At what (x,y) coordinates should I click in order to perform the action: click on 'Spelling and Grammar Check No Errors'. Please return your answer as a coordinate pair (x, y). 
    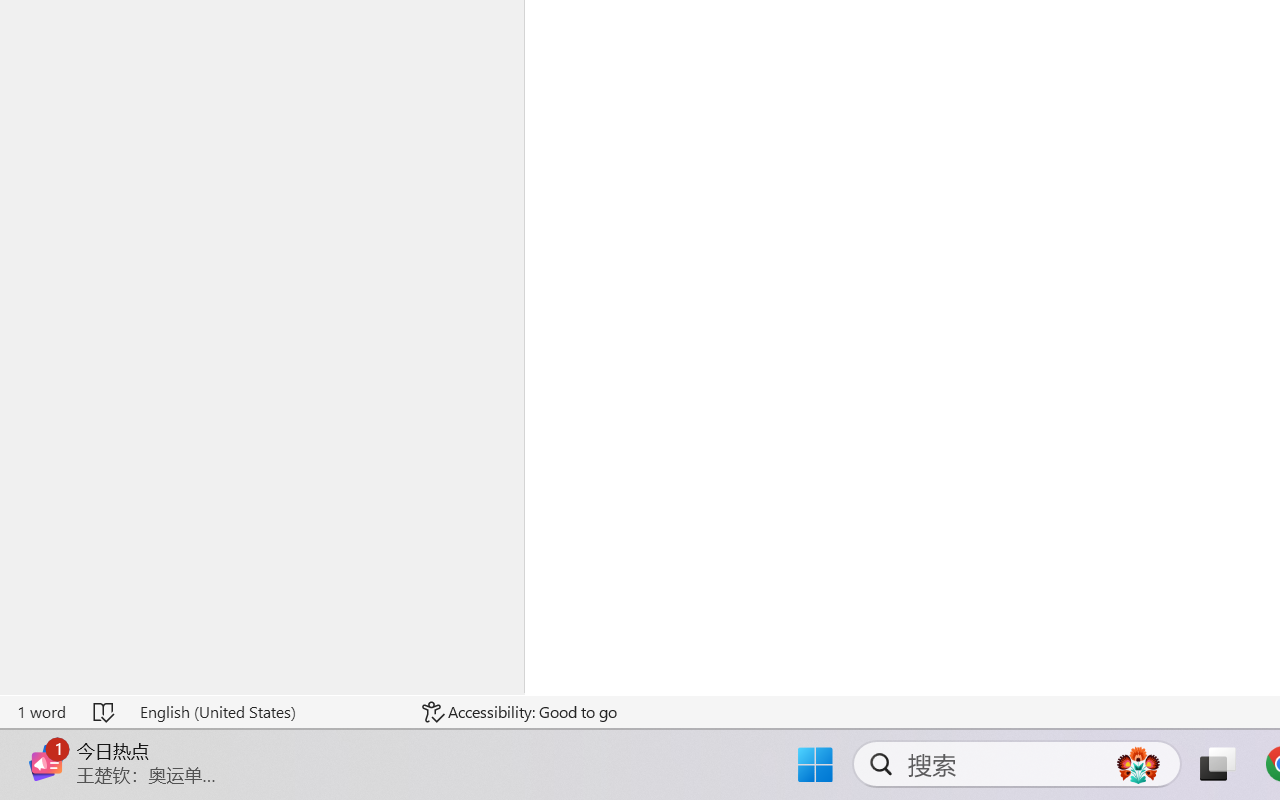
    Looking at the image, I should click on (104, 711).